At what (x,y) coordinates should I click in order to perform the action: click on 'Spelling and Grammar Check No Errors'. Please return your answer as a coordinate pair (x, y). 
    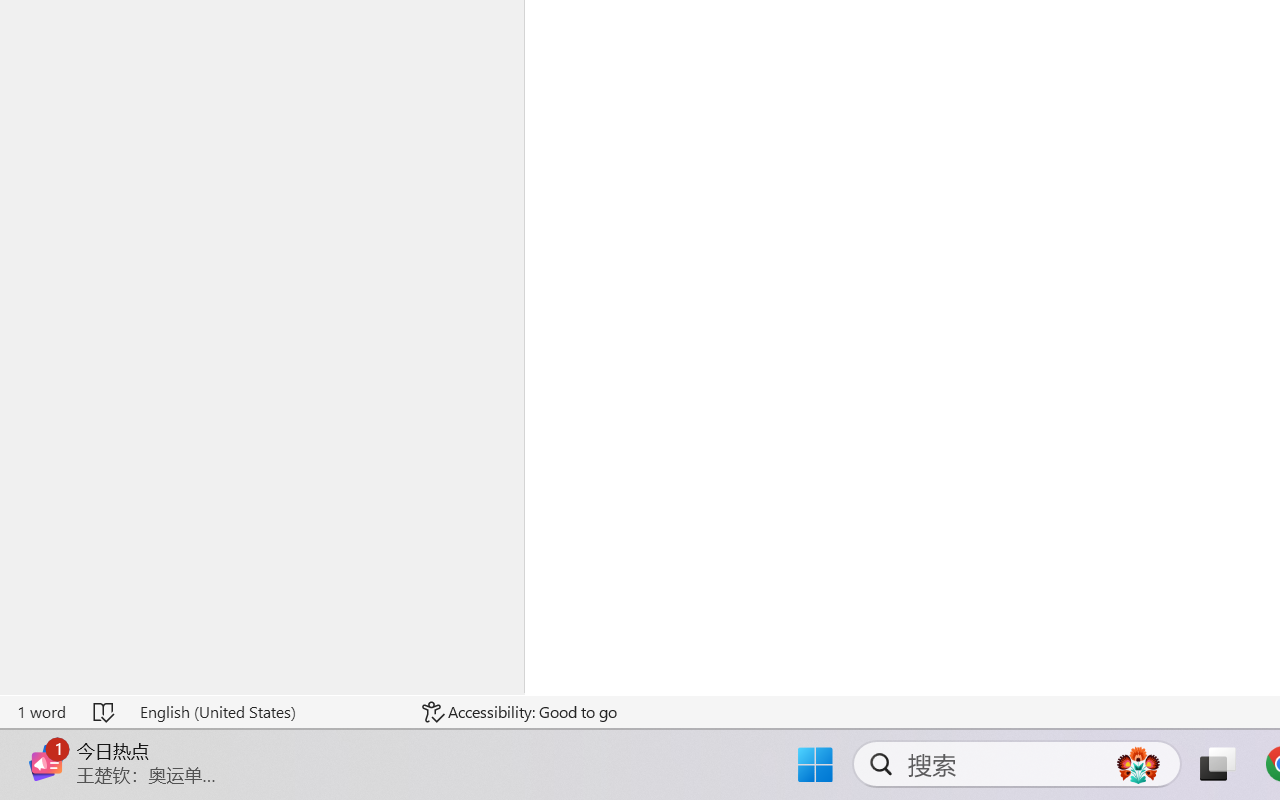
    Looking at the image, I should click on (104, 711).